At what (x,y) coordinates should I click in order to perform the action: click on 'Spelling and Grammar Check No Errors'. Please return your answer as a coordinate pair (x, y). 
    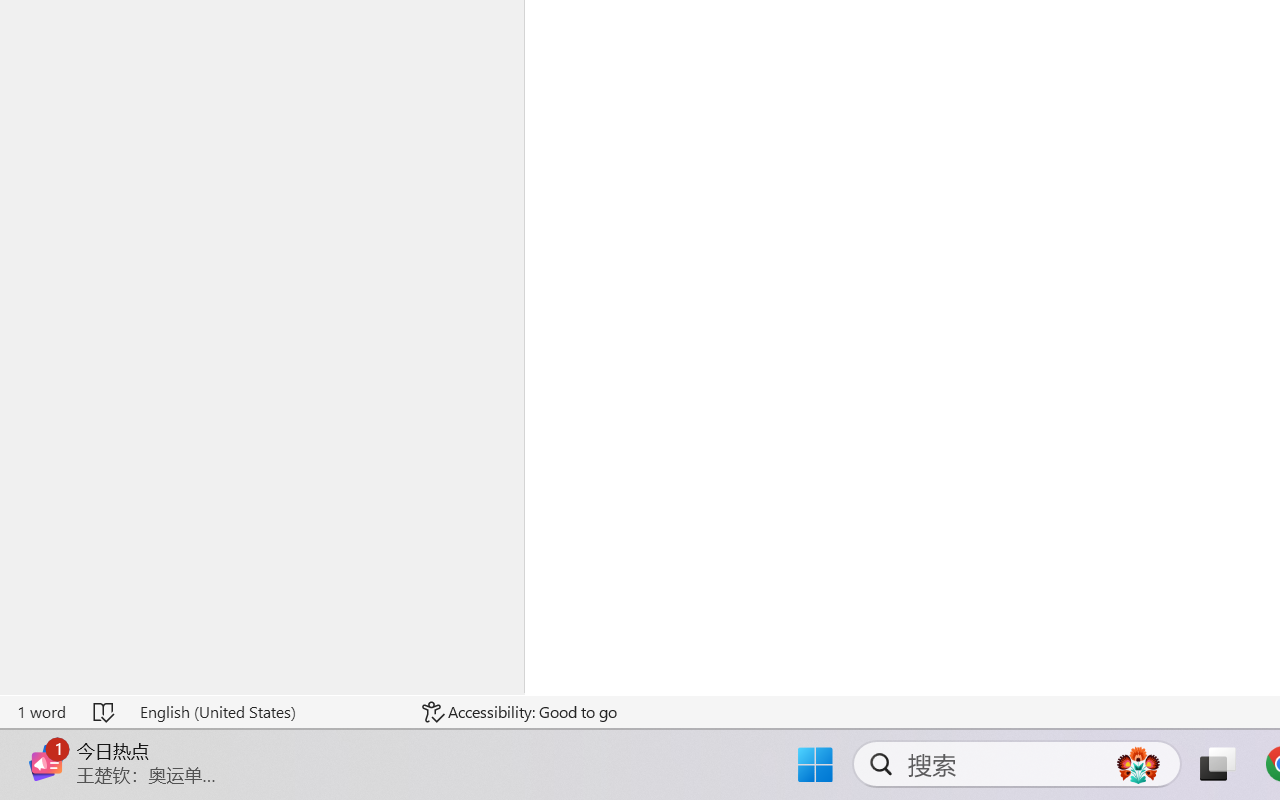
    Looking at the image, I should click on (104, 711).